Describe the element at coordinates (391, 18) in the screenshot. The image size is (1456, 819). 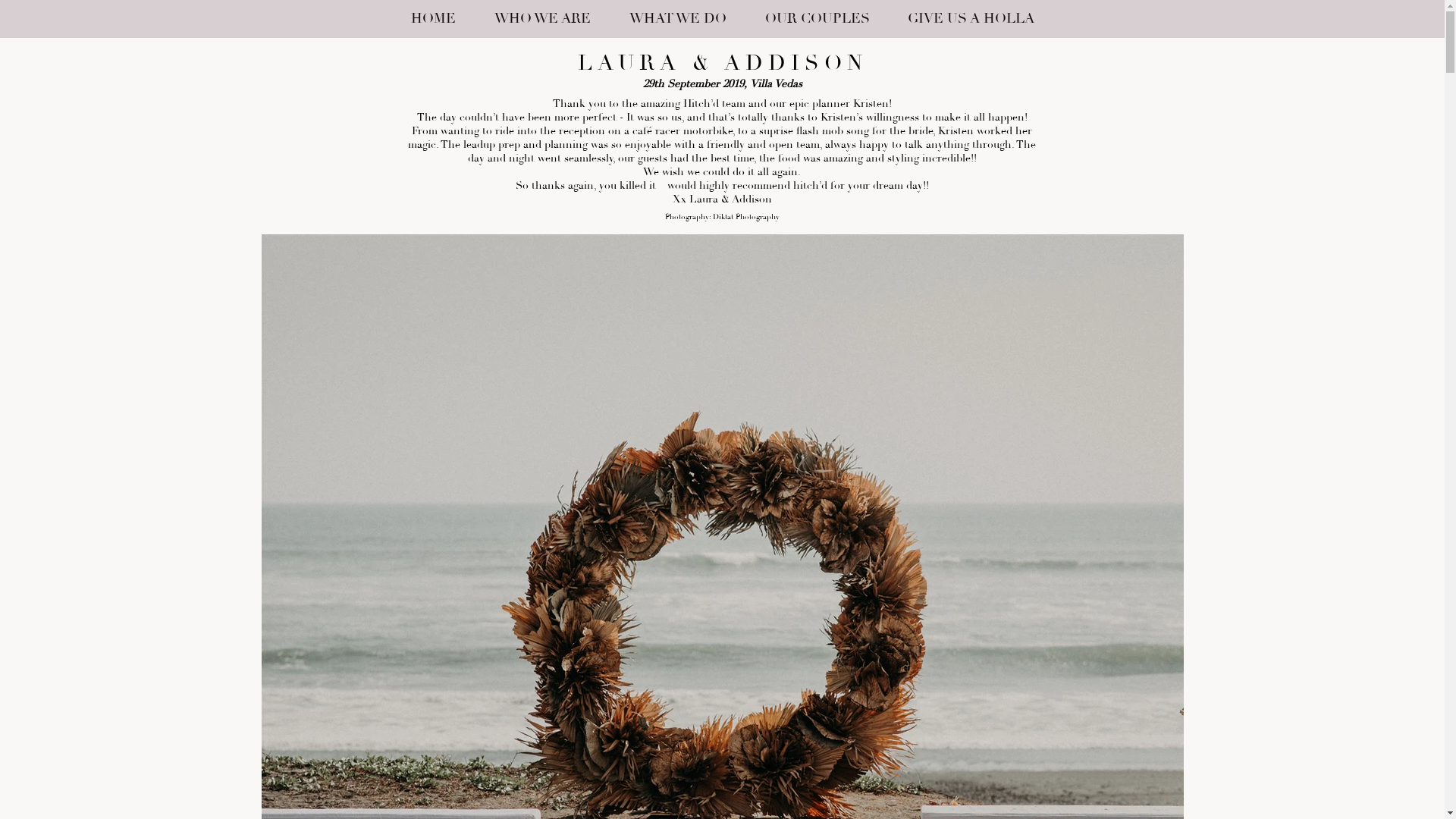
I see `'HOME'` at that location.